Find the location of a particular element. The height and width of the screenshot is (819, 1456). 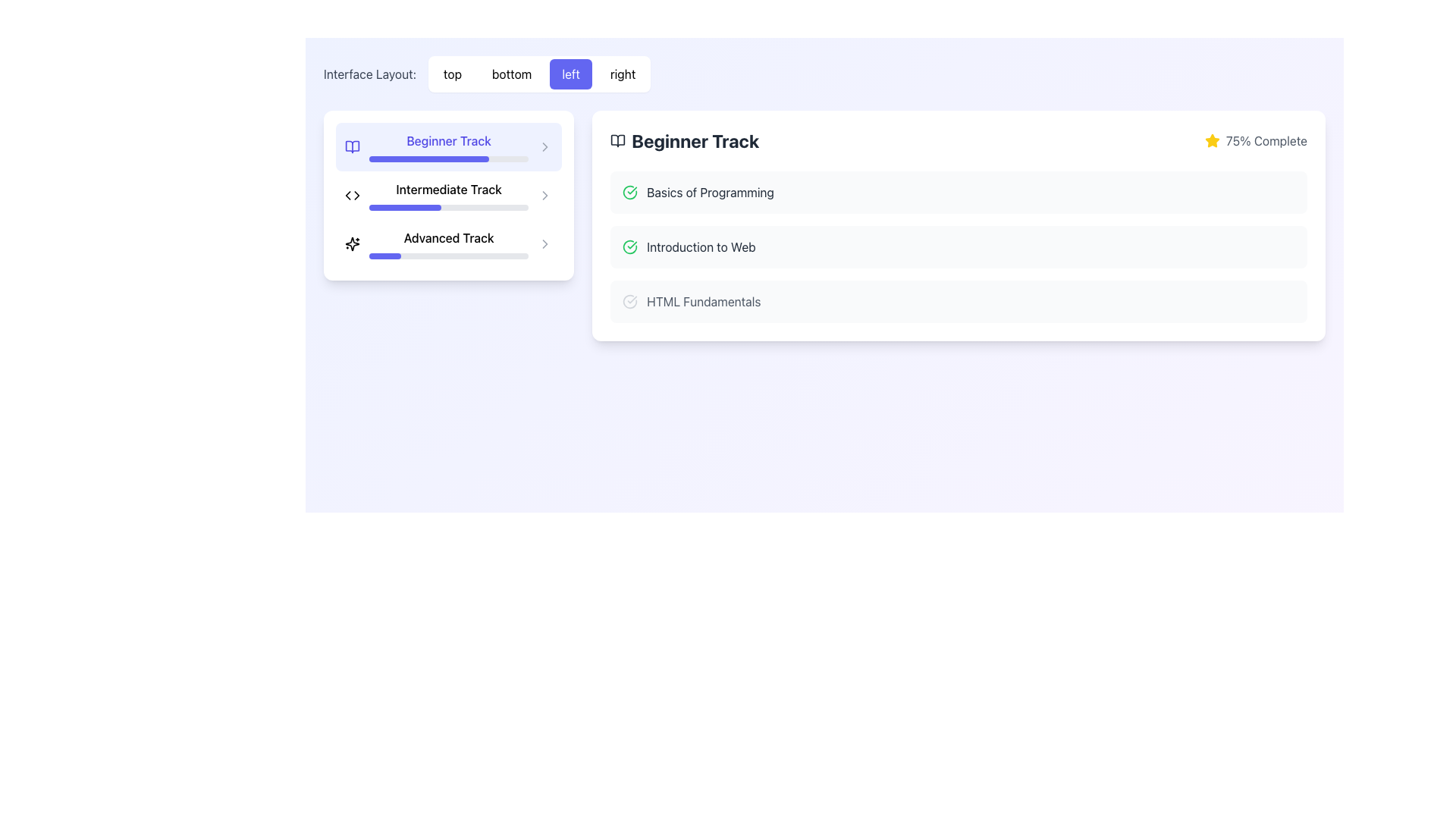

the decorative icon for the 'Advanced Track' label, which is the third icon in the list on the left panel is located at coordinates (352, 243).